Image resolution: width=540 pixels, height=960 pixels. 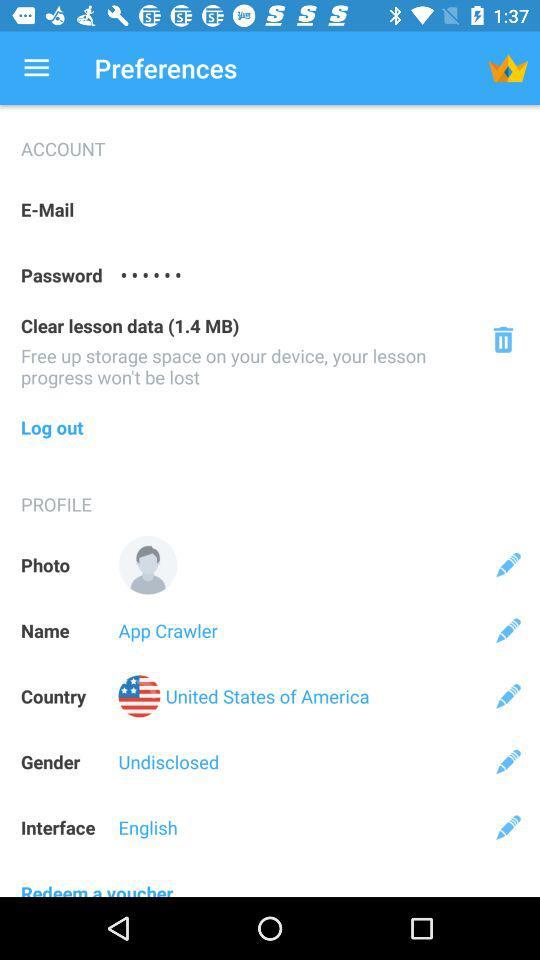 What do you see at coordinates (508, 827) in the screenshot?
I see `interface language` at bounding box center [508, 827].